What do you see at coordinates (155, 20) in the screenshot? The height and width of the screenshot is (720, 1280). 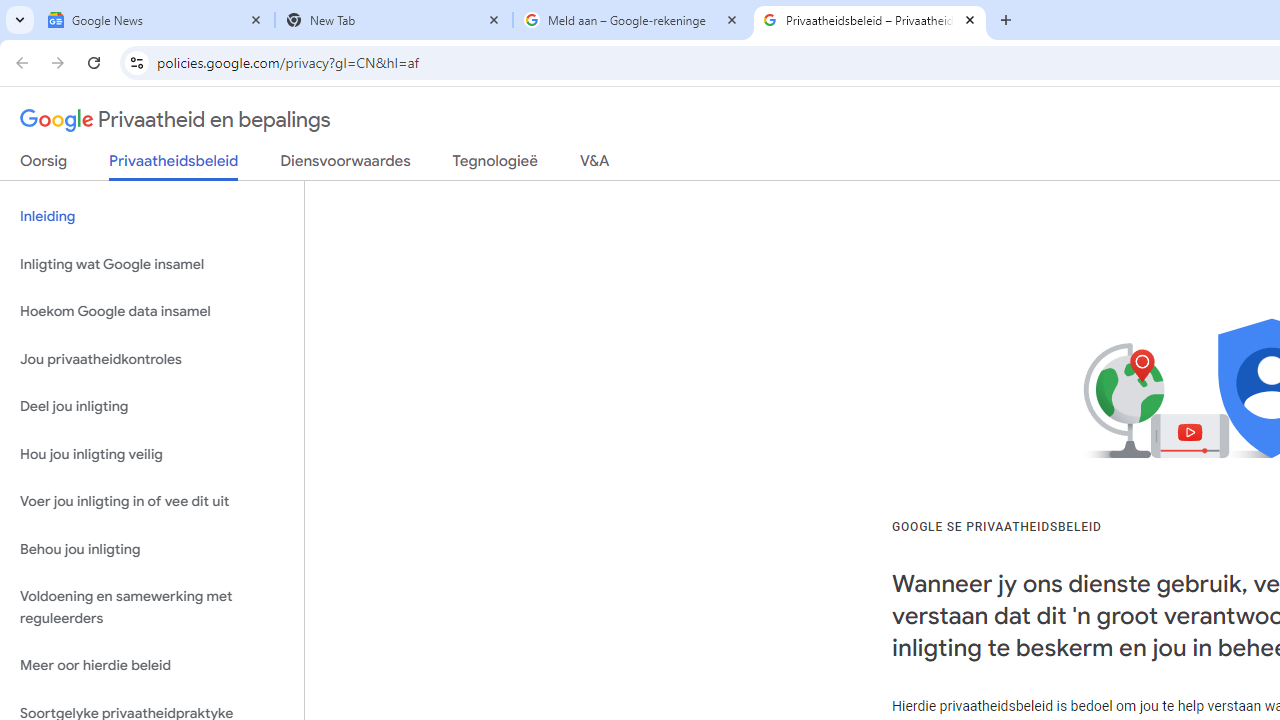 I see `'Google News'` at bounding box center [155, 20].